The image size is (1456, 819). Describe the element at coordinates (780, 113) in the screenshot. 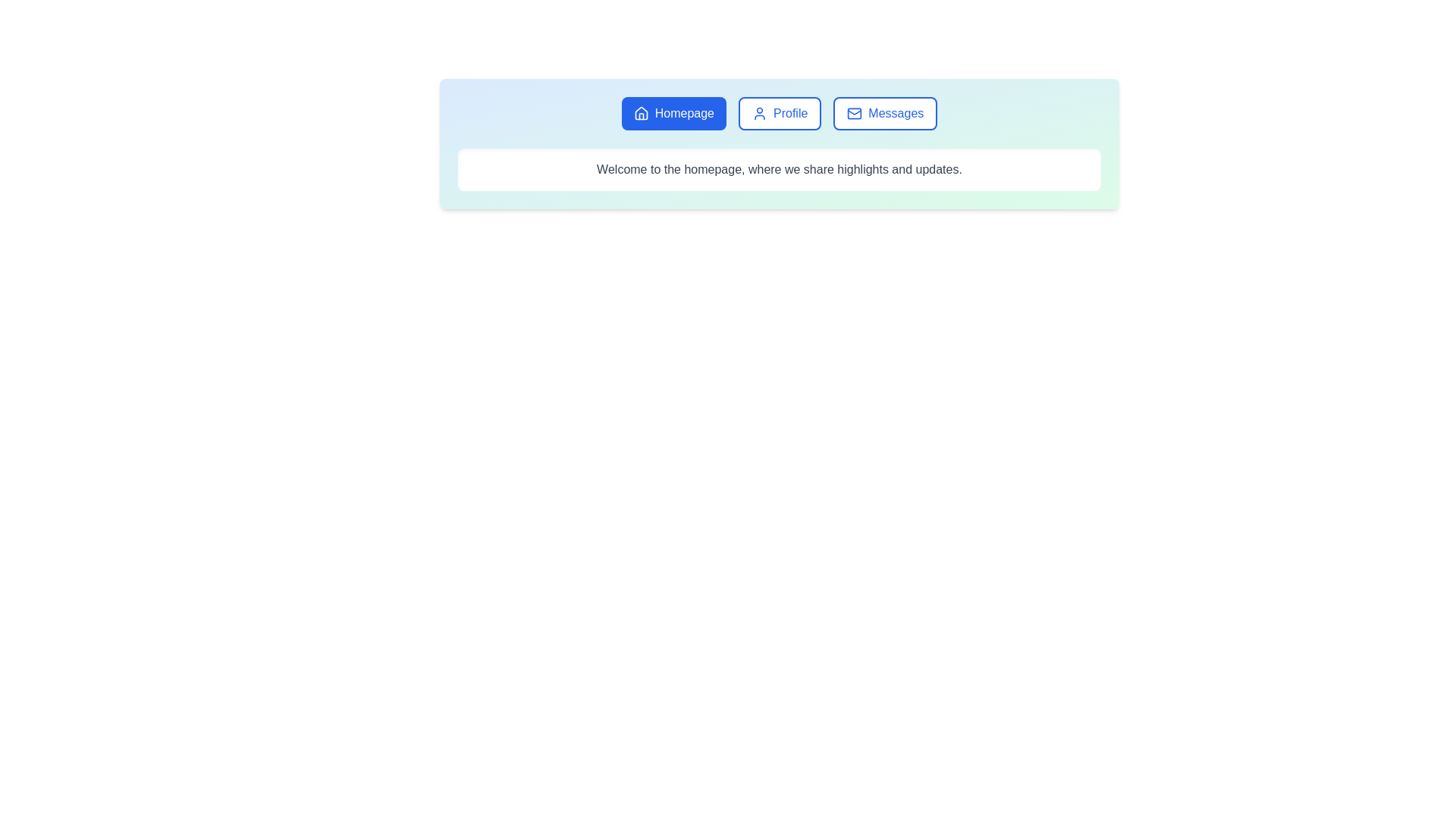

I see `the tab labeled 'Profile' to switch to it` at that location.